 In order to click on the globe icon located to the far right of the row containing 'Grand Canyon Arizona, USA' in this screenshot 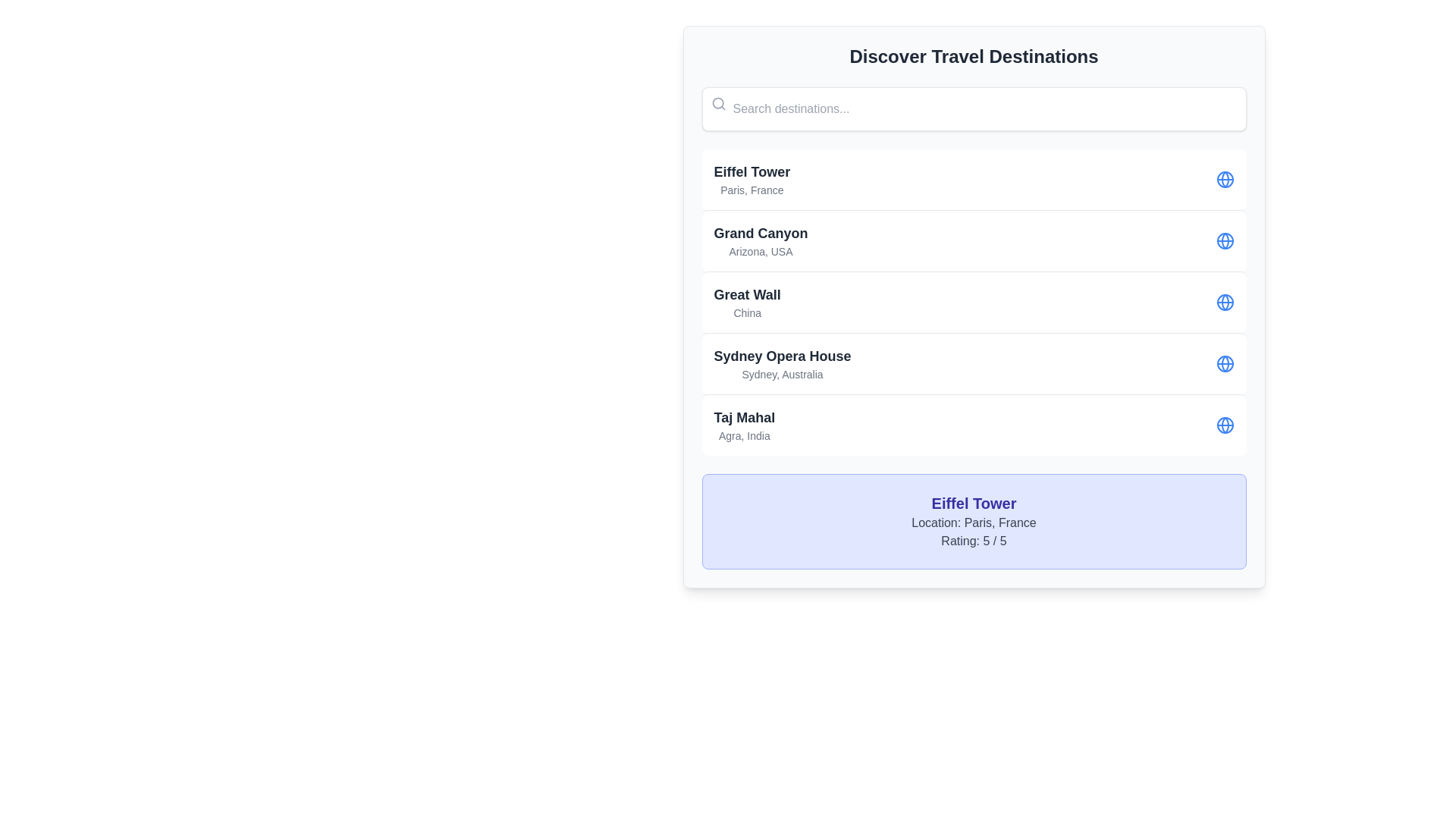, I will do `click(1225, 240)`.